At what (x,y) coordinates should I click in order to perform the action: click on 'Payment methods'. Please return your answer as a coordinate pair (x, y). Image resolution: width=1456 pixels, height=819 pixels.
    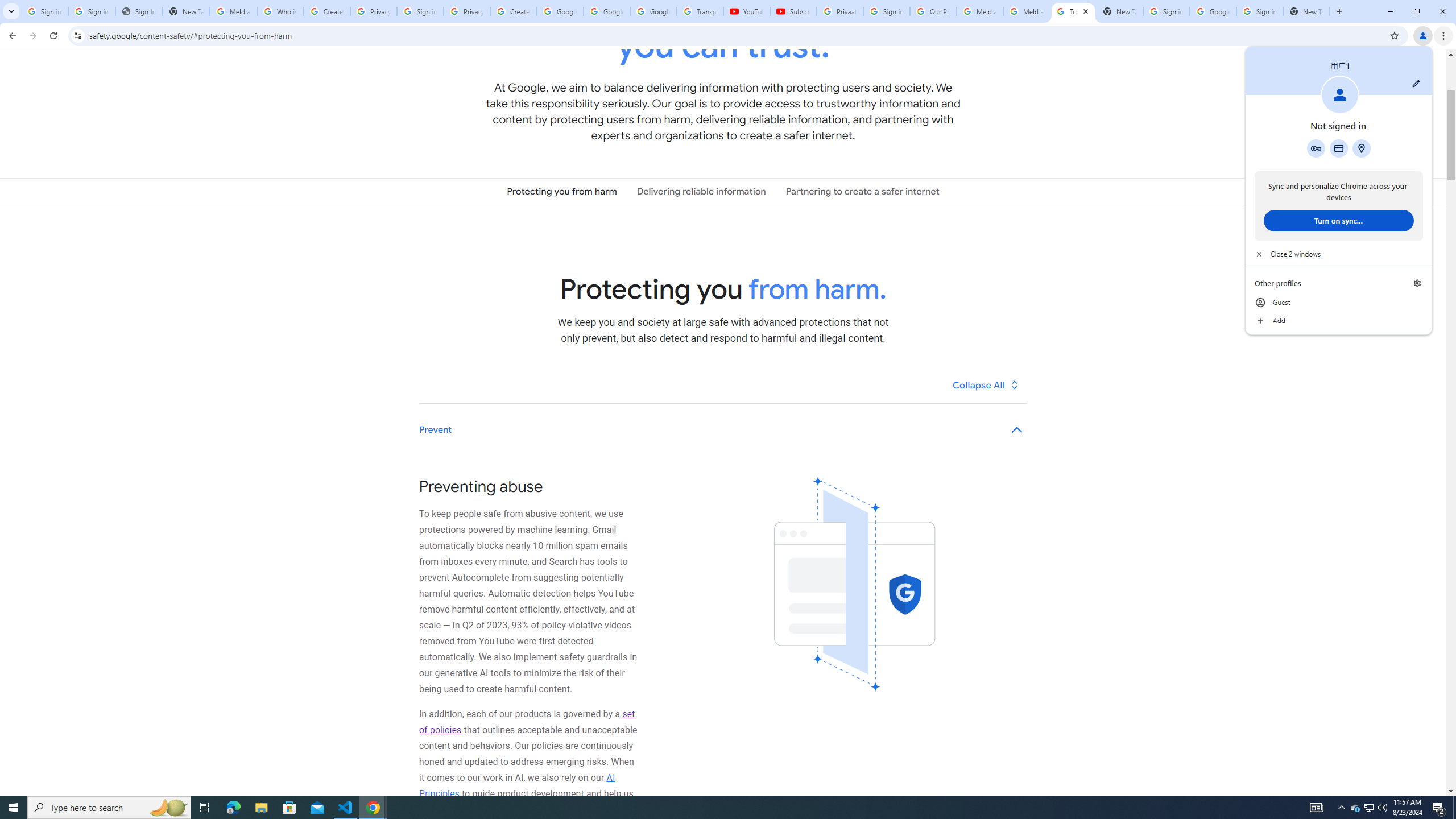
    Looking at the image, I should click on (1338, 148).